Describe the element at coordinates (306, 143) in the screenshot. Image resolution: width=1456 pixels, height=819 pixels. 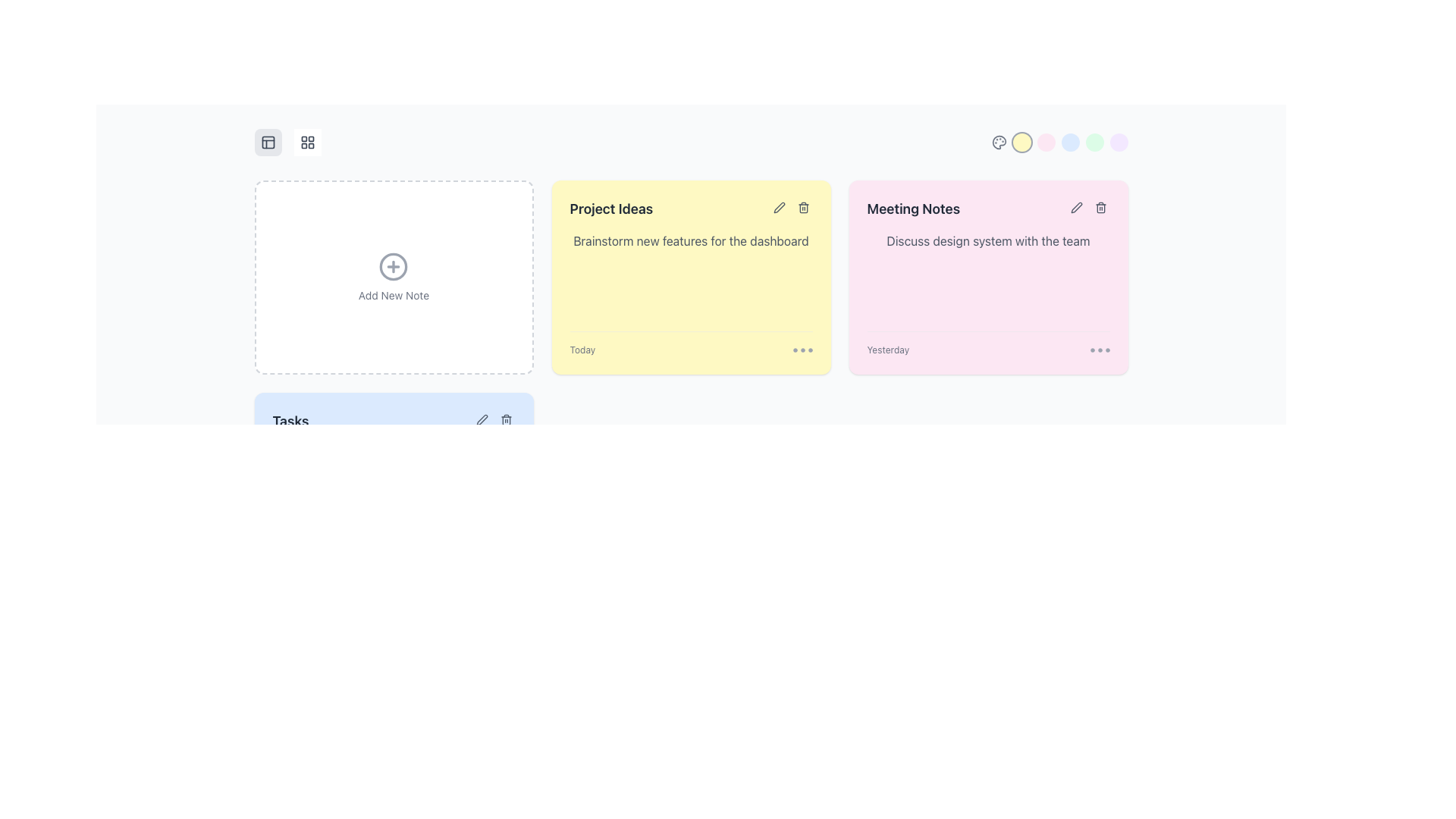
I see `the SVG graphic icon that serves as a visual indicator for grid layout functionality, located towards the top-left area of the interface` at that location.